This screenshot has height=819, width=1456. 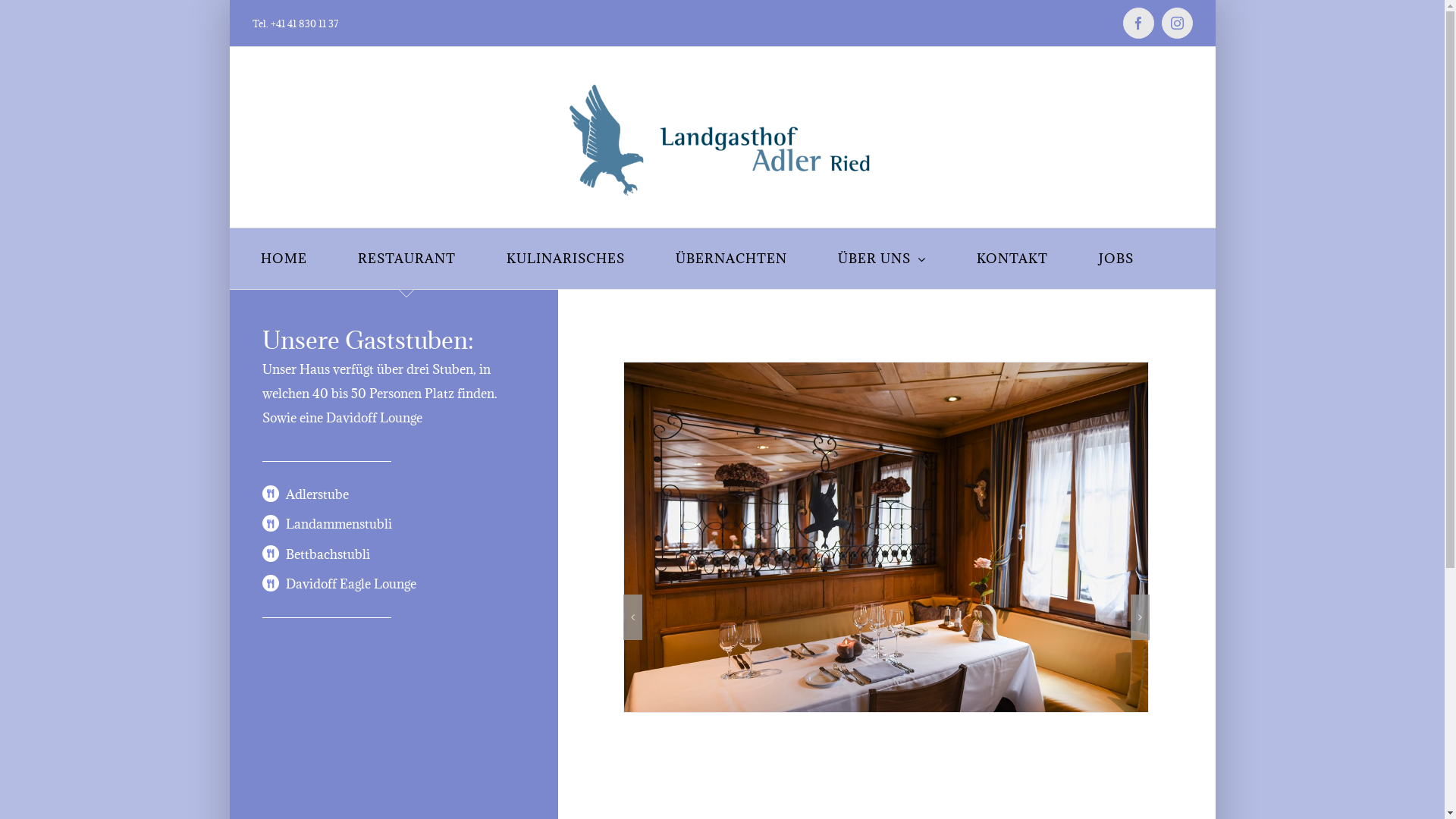 What do you see at coordinates (316, 494) in the screenshot?
I see `'Adlerstube'` at bounding box center [316, 494].